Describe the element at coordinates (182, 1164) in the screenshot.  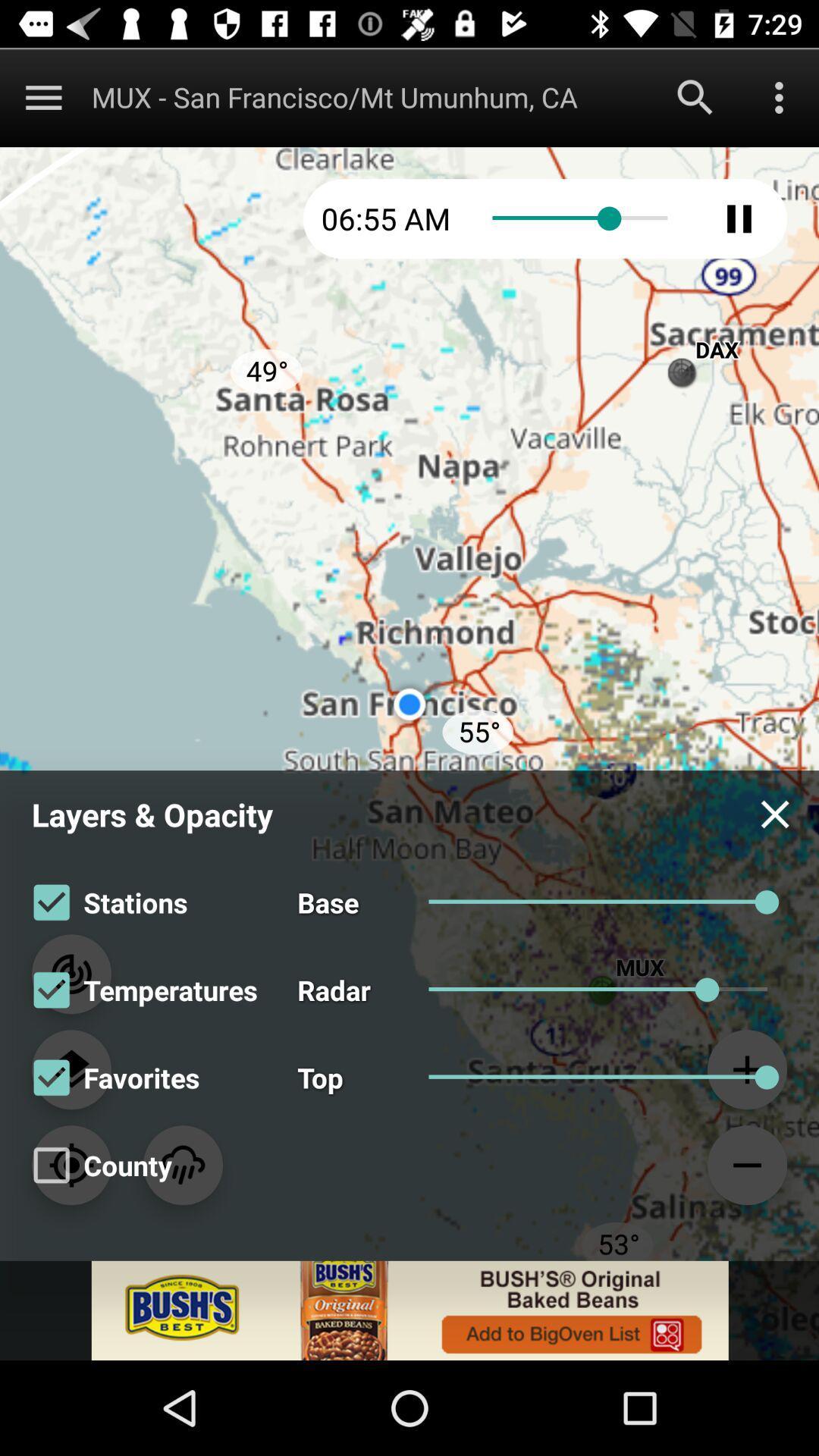
I see `the weather icon` at that location.